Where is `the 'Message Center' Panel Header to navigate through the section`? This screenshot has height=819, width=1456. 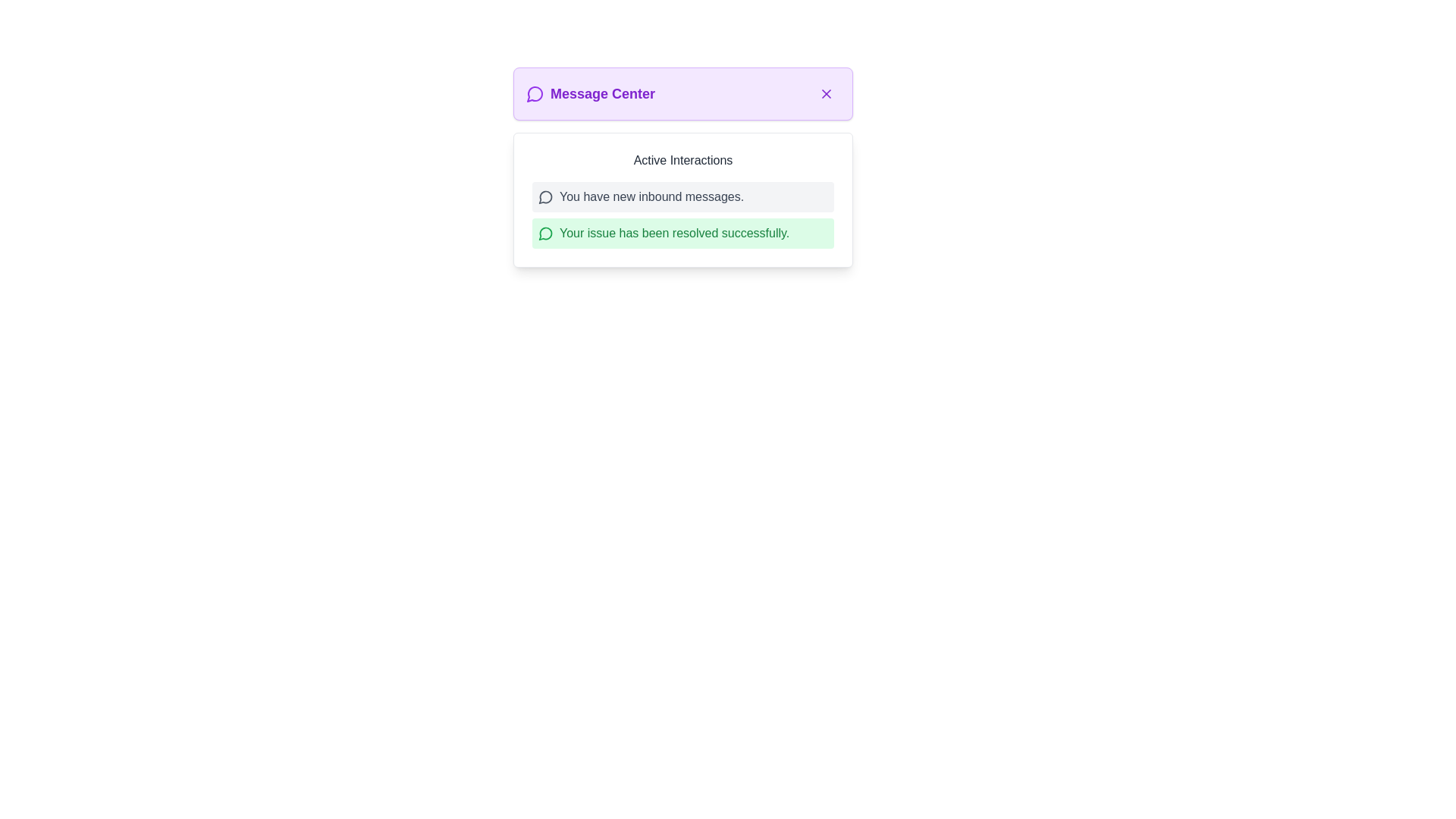 the 'Message Center' Panel Header to navigate through the section is located at coordinates (682, 93).